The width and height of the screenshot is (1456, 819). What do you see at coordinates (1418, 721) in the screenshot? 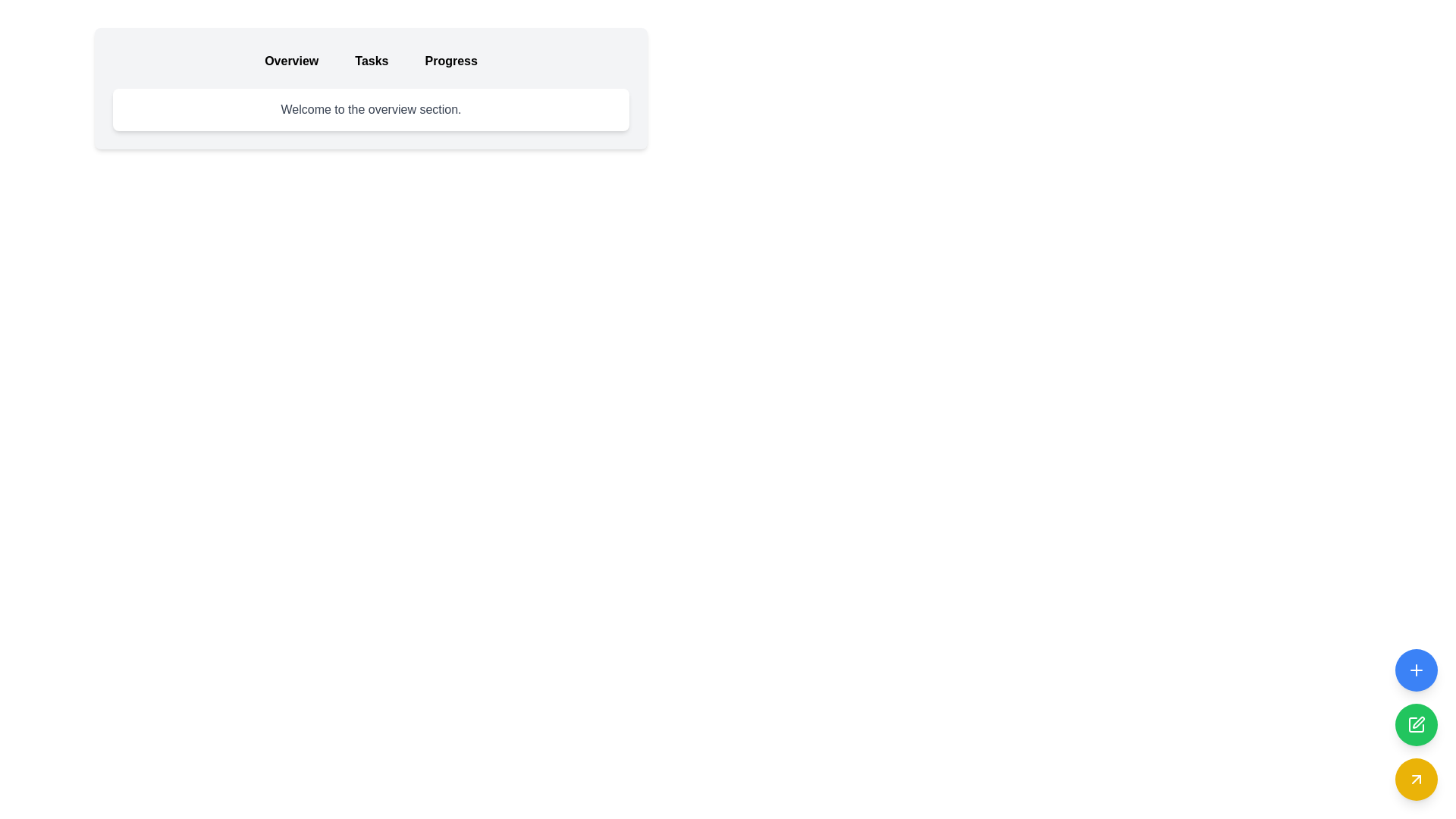
I see `the green circular icon button featuring a pen and square icon, which is the second button in a vertical group of three action buttons on the right side of the interface` at bounding box center [1418, 721].